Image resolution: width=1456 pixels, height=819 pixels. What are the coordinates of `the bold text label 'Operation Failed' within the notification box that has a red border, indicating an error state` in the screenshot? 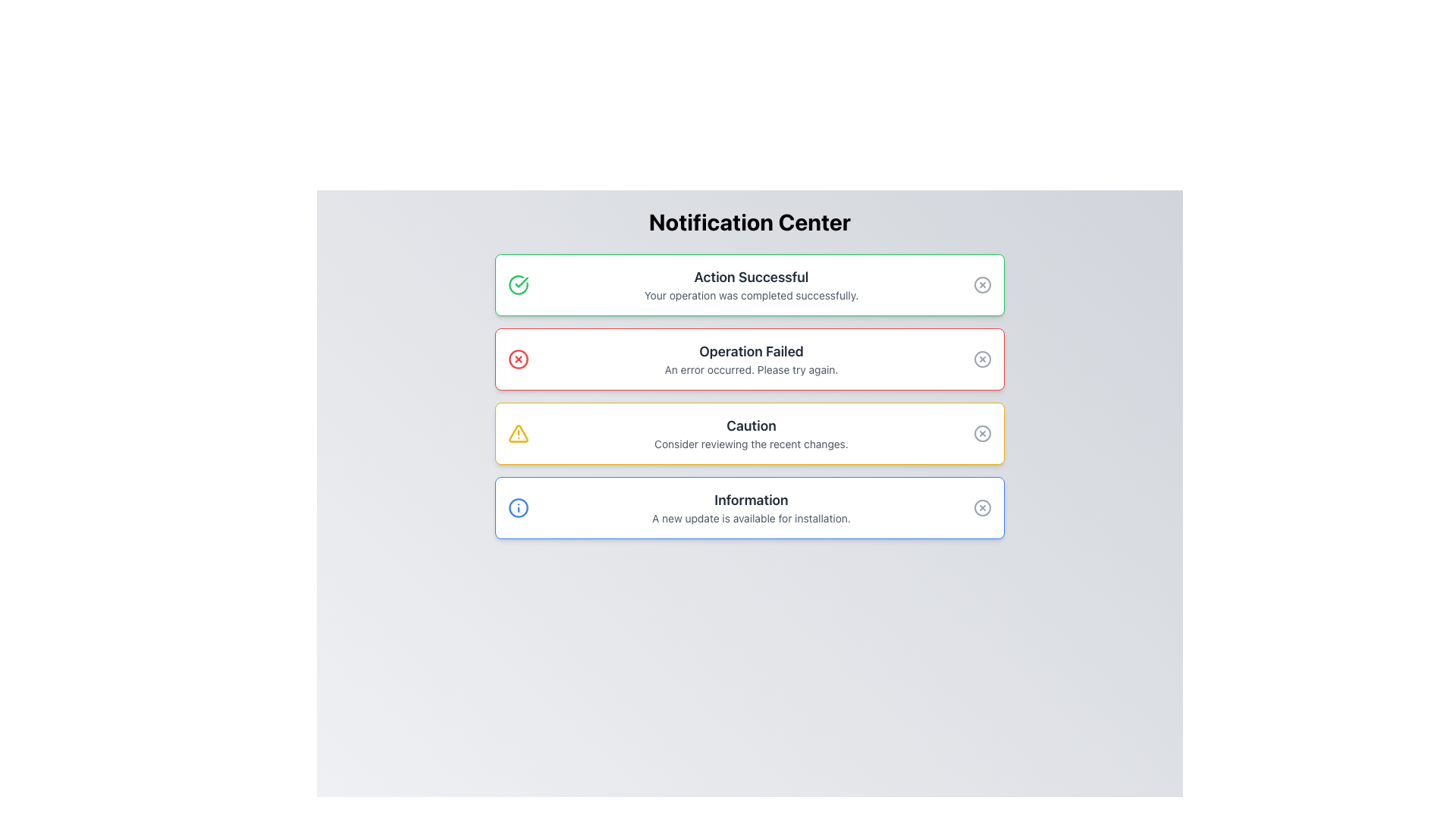 It's located at (751, 351).